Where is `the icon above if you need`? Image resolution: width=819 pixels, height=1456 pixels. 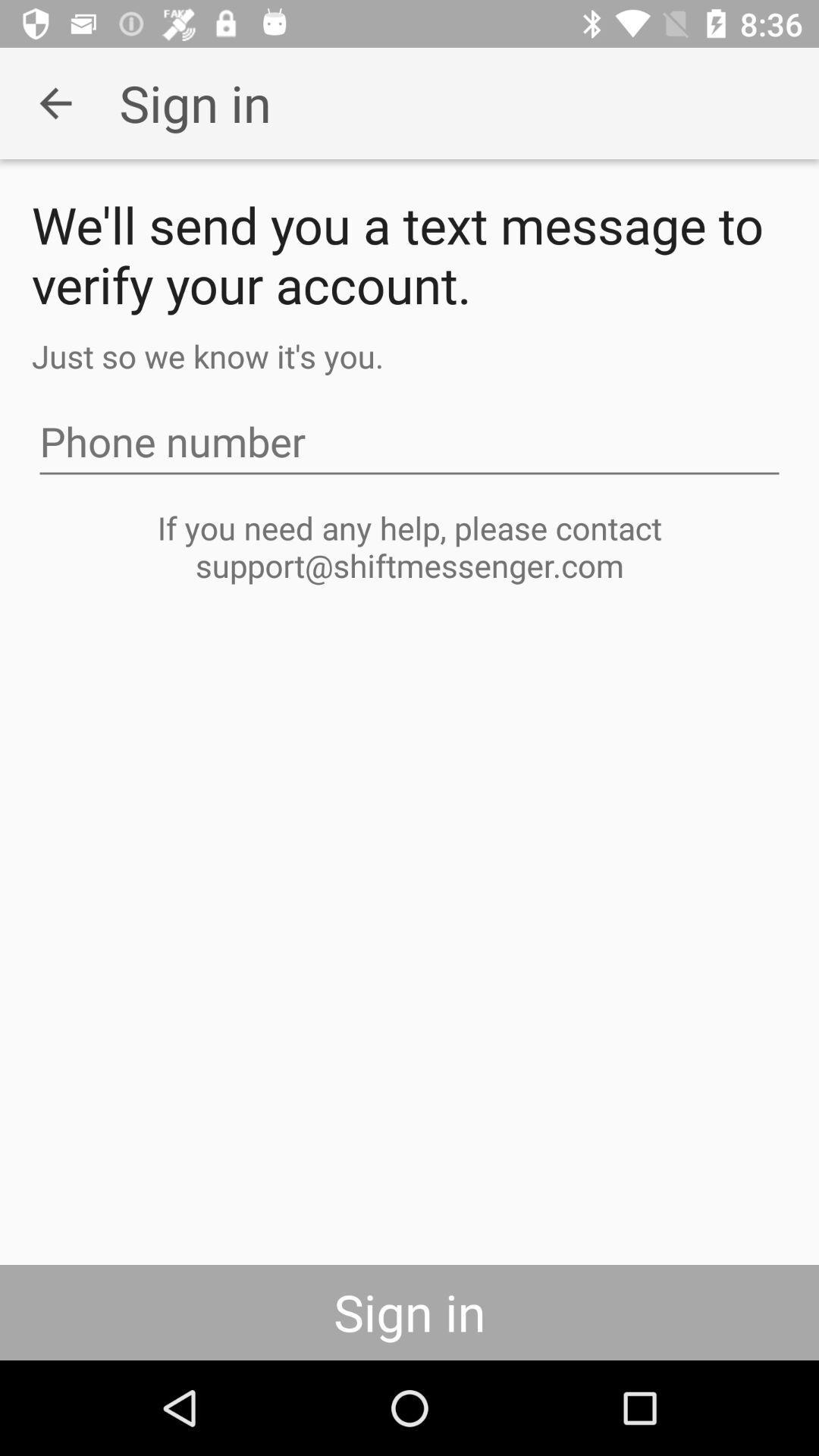
the icon above if you need is located at coordinates (409, 441).